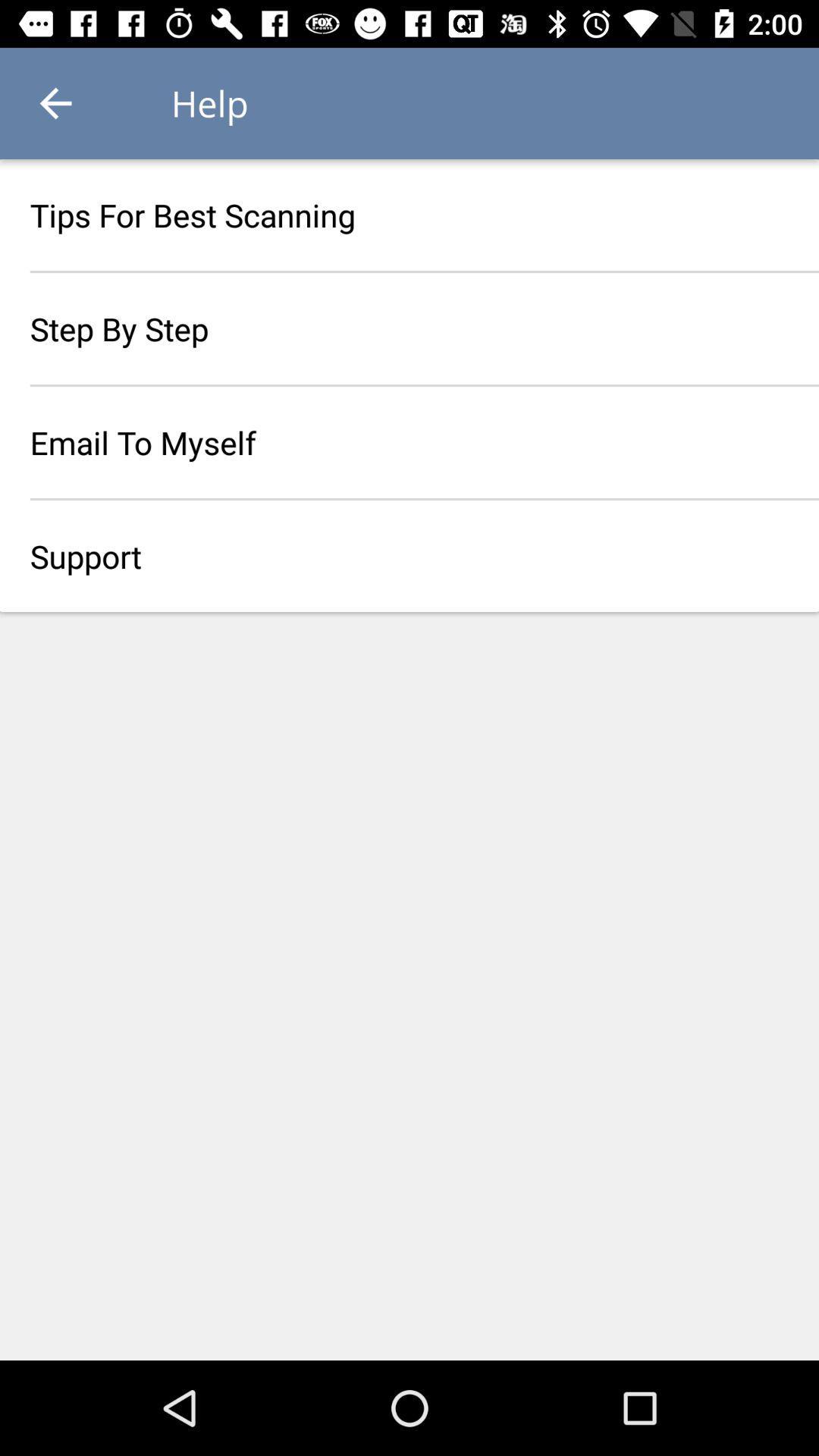  What do you see at coordinates (409, 328) in the screenshot?
I see `item below the tips for best` at bounding box center [409, 328].